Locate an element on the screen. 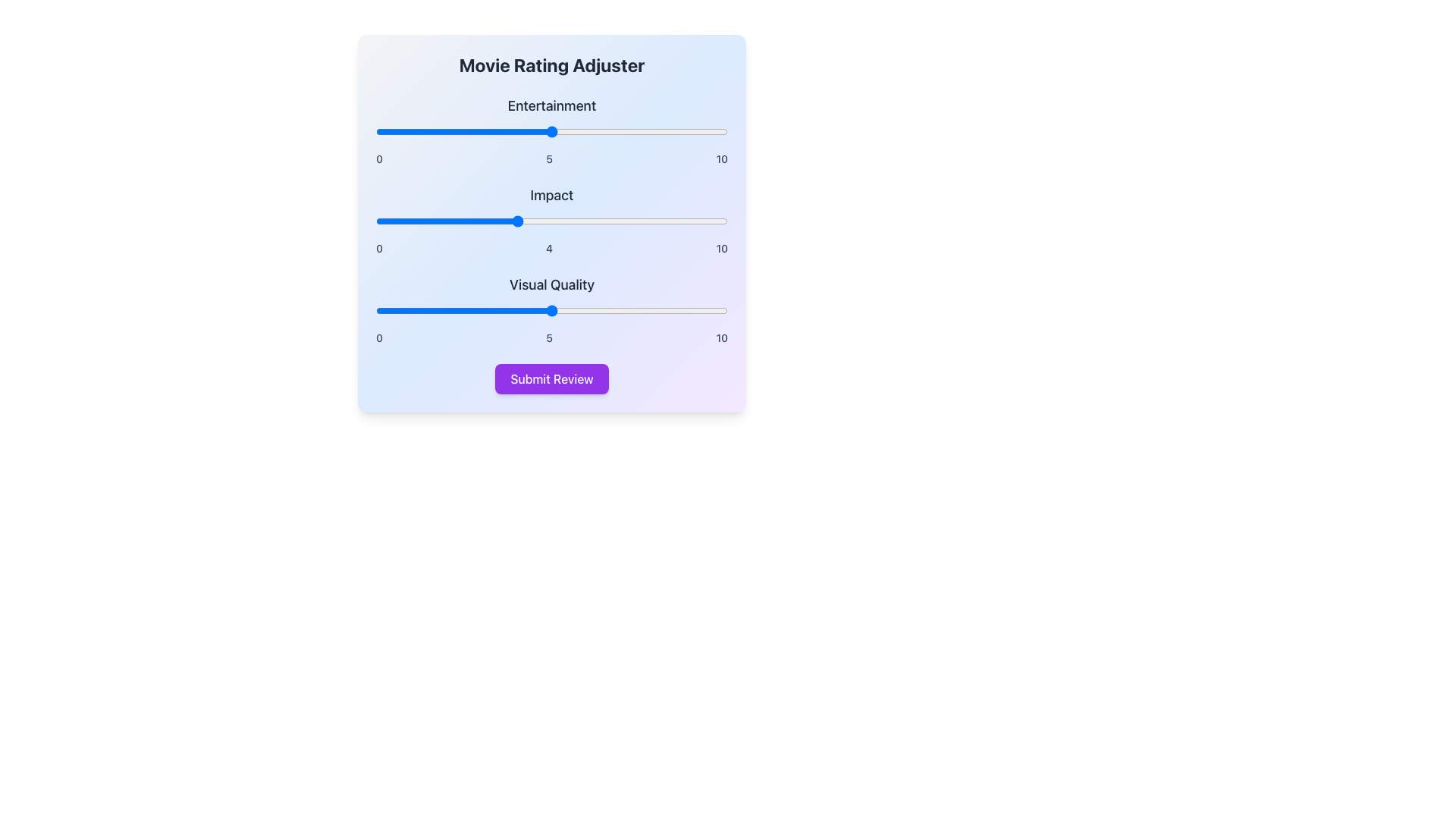 This screenshot has width=1456, height=819. the static text label indicating the minimum value (0) of the 'Entertainment' rating slider, positioned at the far left of the numerical labels is located at coordinates (379, 158).